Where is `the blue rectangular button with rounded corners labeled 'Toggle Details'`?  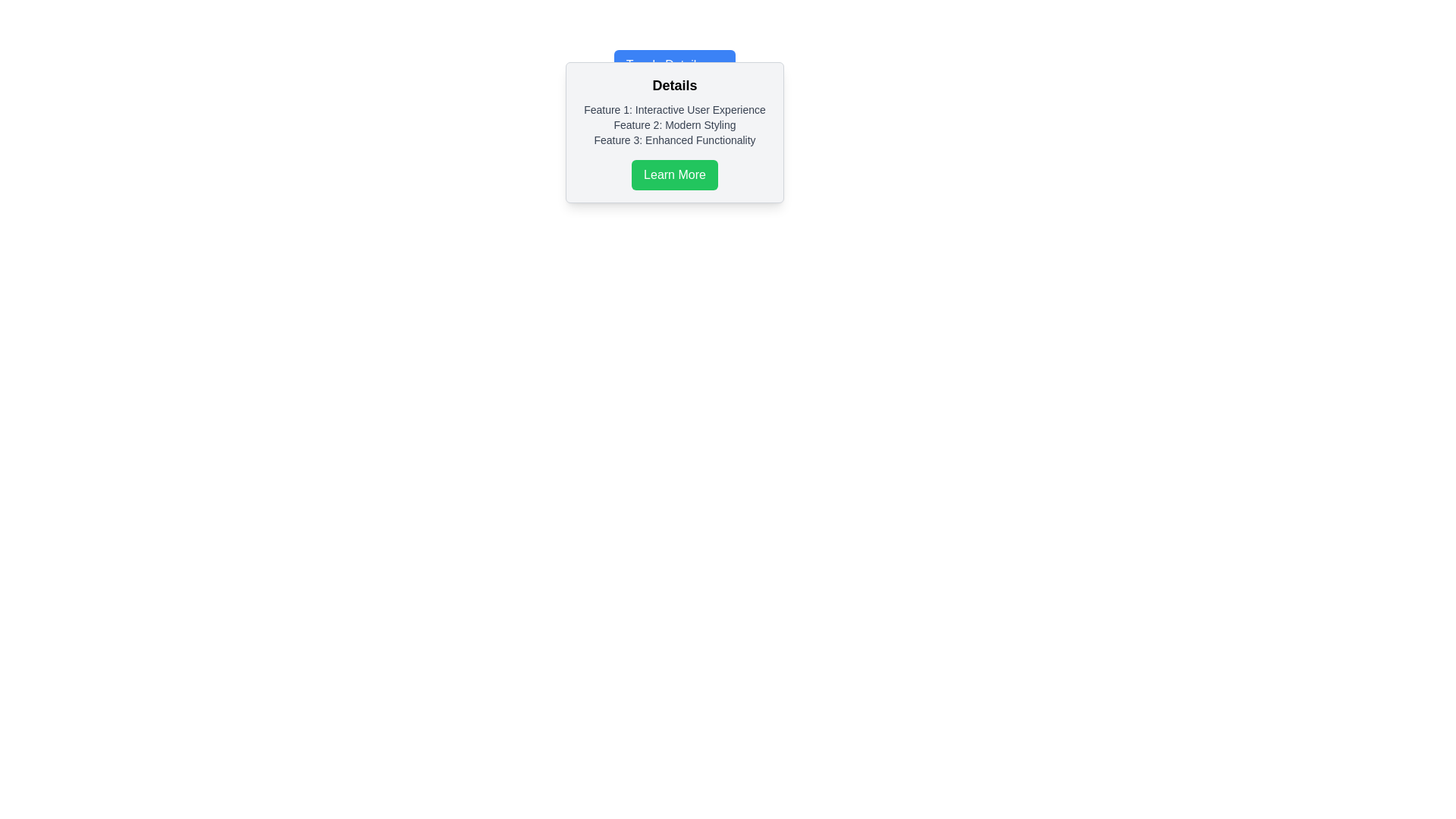 the blue rectangular button with rounded corners labeled 'Toggle Details' is located at coordinates (673, 64).